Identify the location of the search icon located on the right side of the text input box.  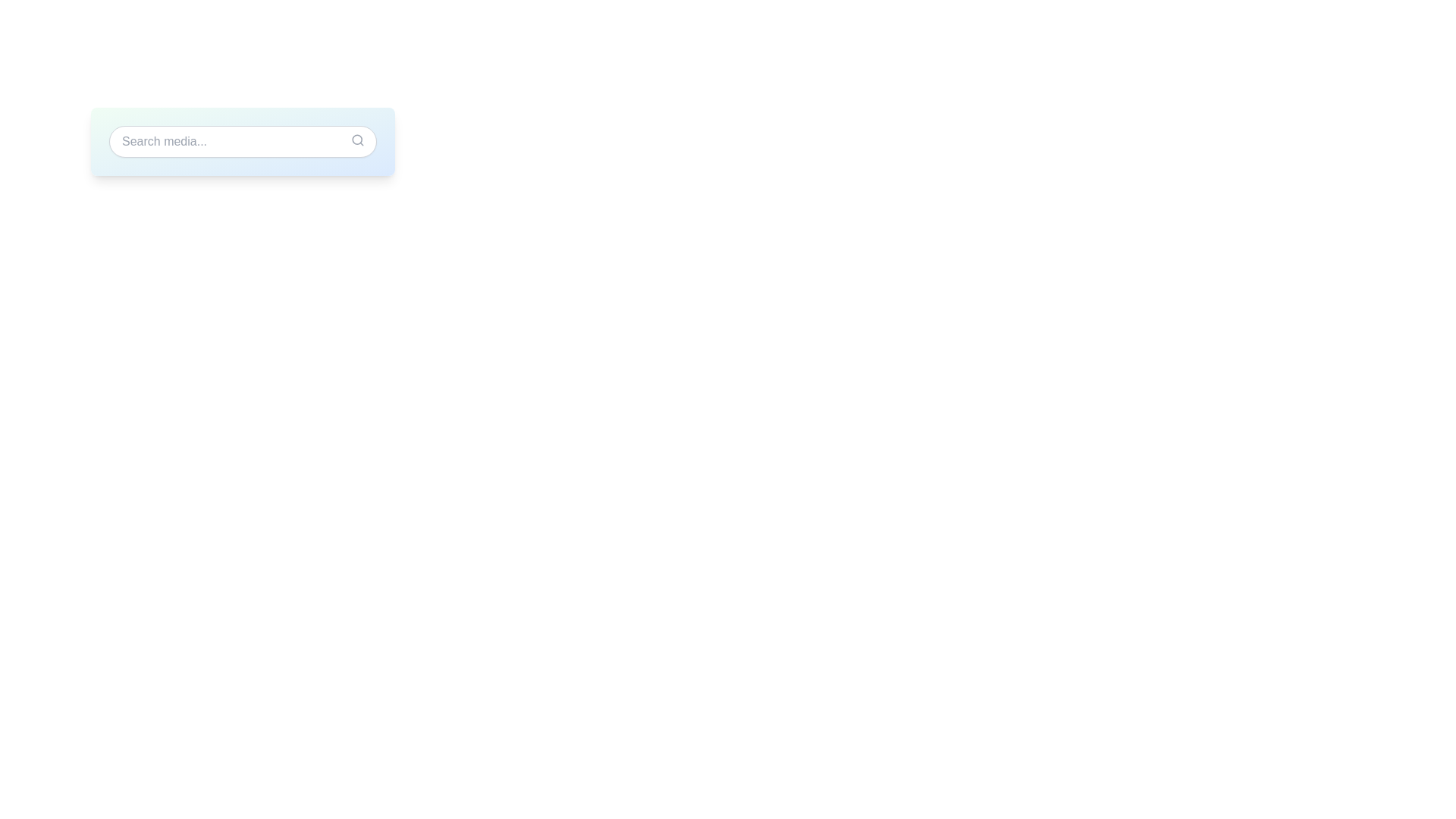
(356, 140).